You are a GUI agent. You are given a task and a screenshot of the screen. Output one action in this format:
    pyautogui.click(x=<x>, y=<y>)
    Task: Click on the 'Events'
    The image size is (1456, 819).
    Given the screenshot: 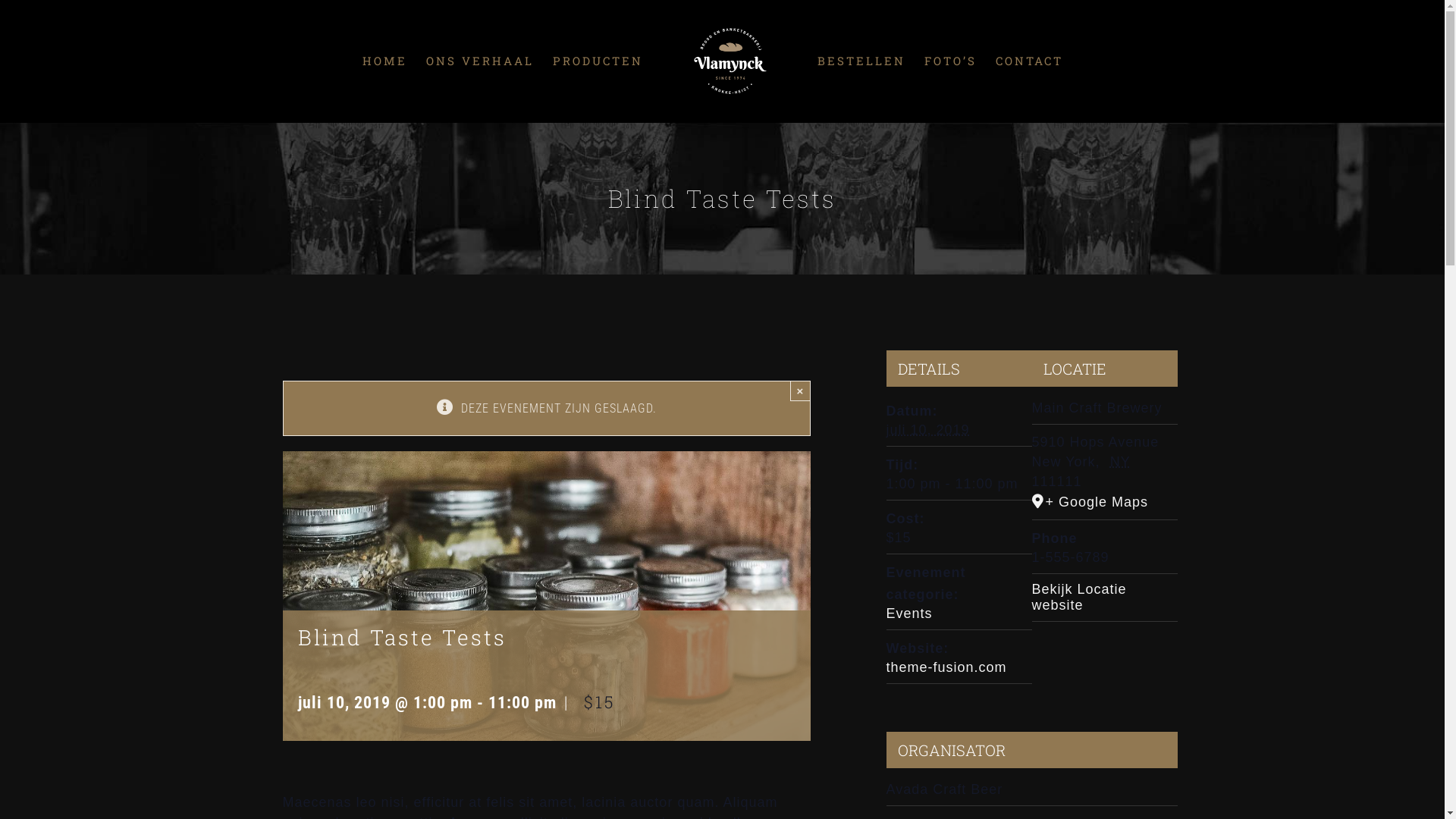 What is the action you would take?
    pyautogui.click(x=908, y=613)
    